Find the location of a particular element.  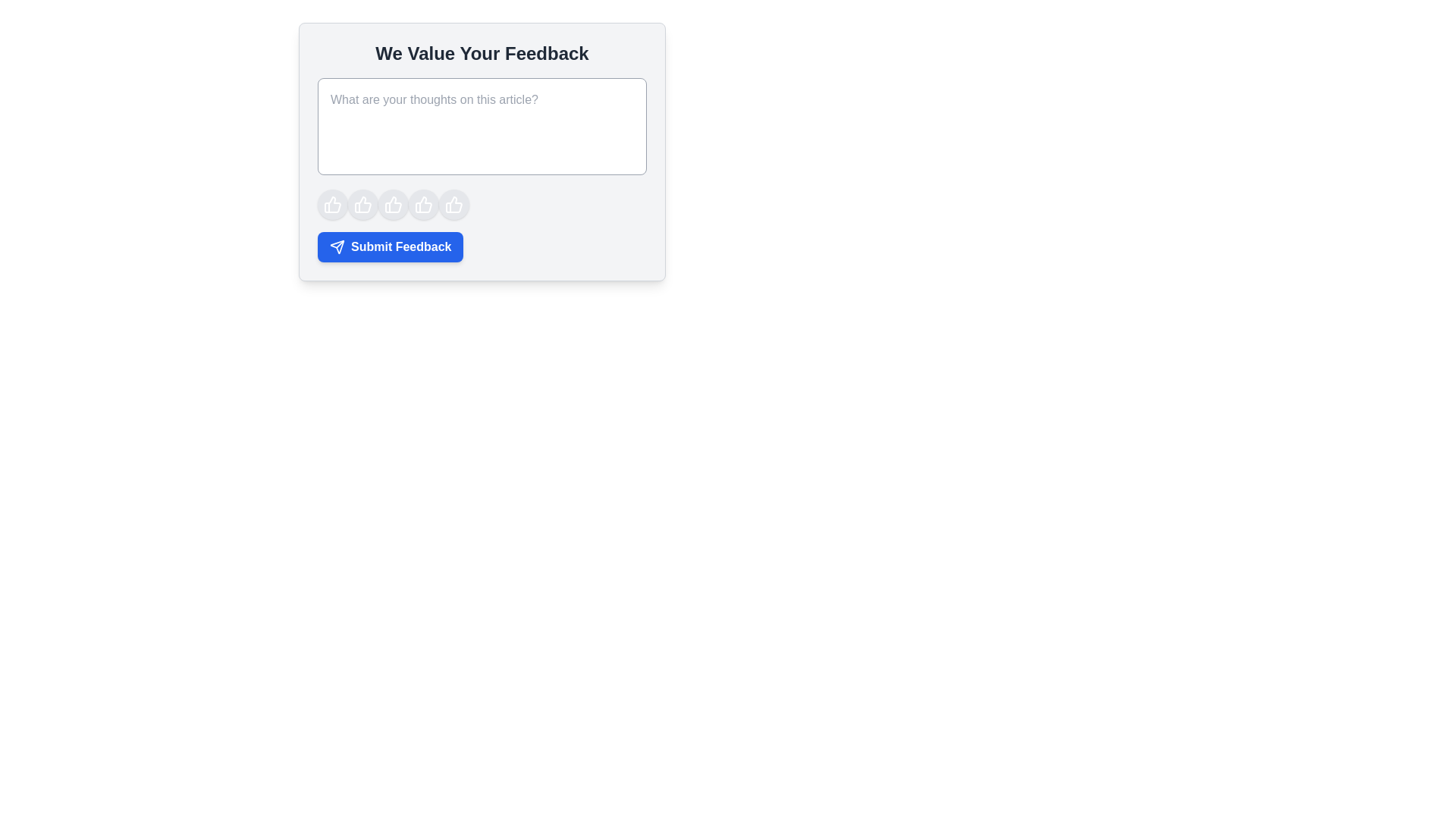

the interactive thumbs-up button, which is the fifth element in a horizontal row of circular buttons is located at coordinates (453, 205).